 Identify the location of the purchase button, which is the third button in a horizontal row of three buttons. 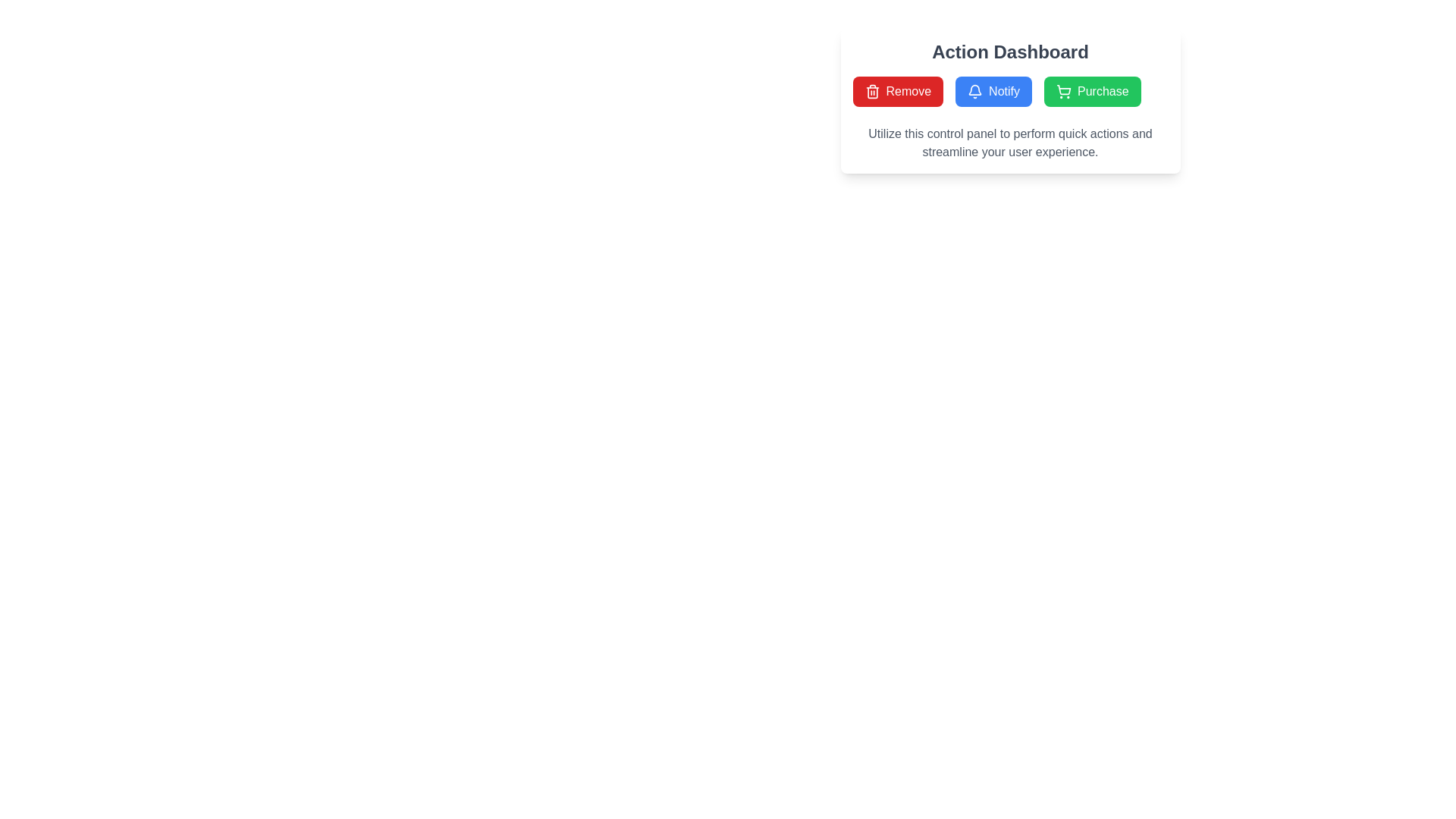
(1092, 91).